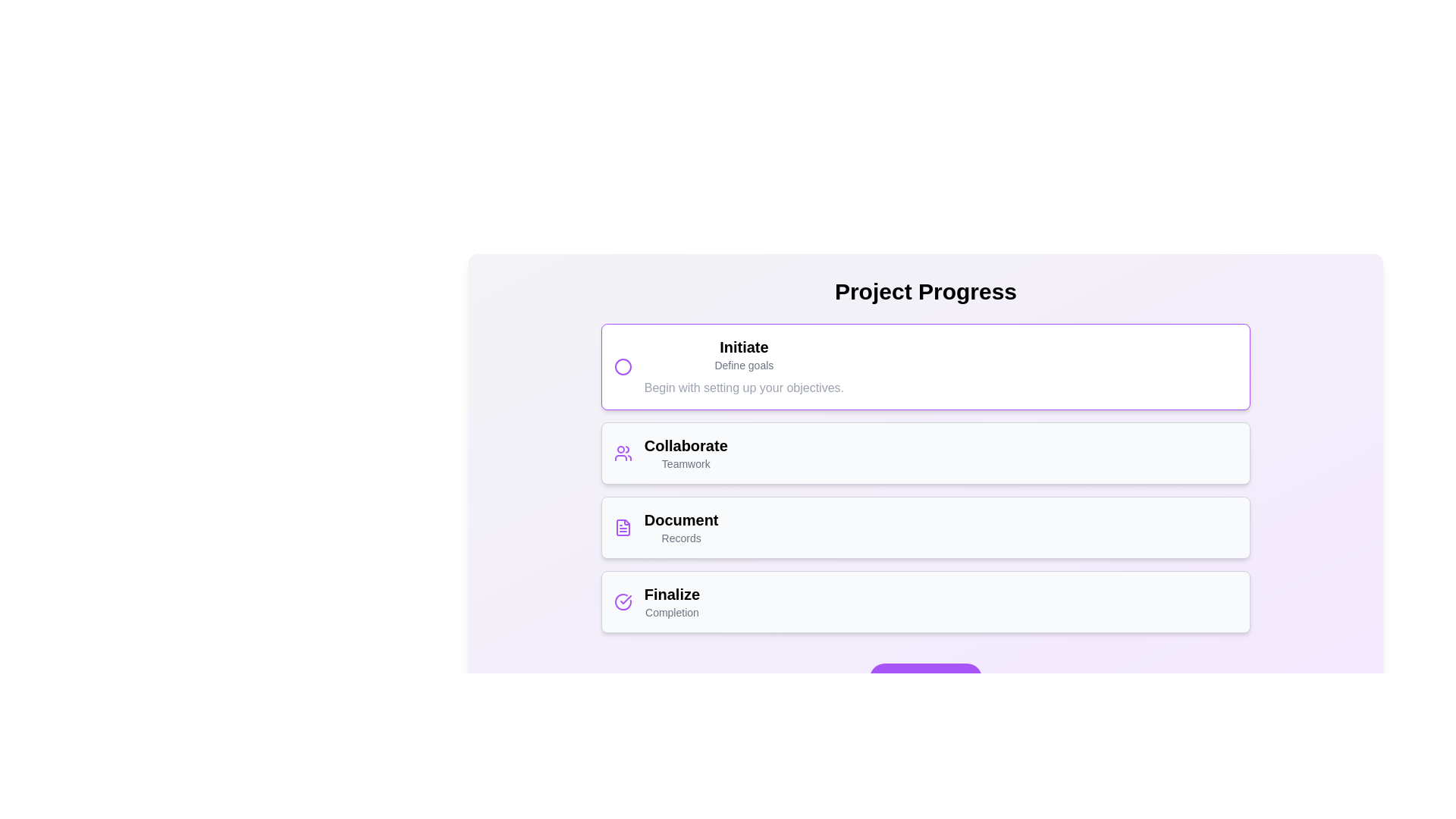 The width and height of the screenshot is (1456, 819). What do you see at coordinates (744, 388) in the screenshot?
I see `the static text display that provides a brief description or instruction related to the goals of the 'Initiate' stage in the project progress, located beneath the main title 'Project Progress'` at bounding box center [744, 388].